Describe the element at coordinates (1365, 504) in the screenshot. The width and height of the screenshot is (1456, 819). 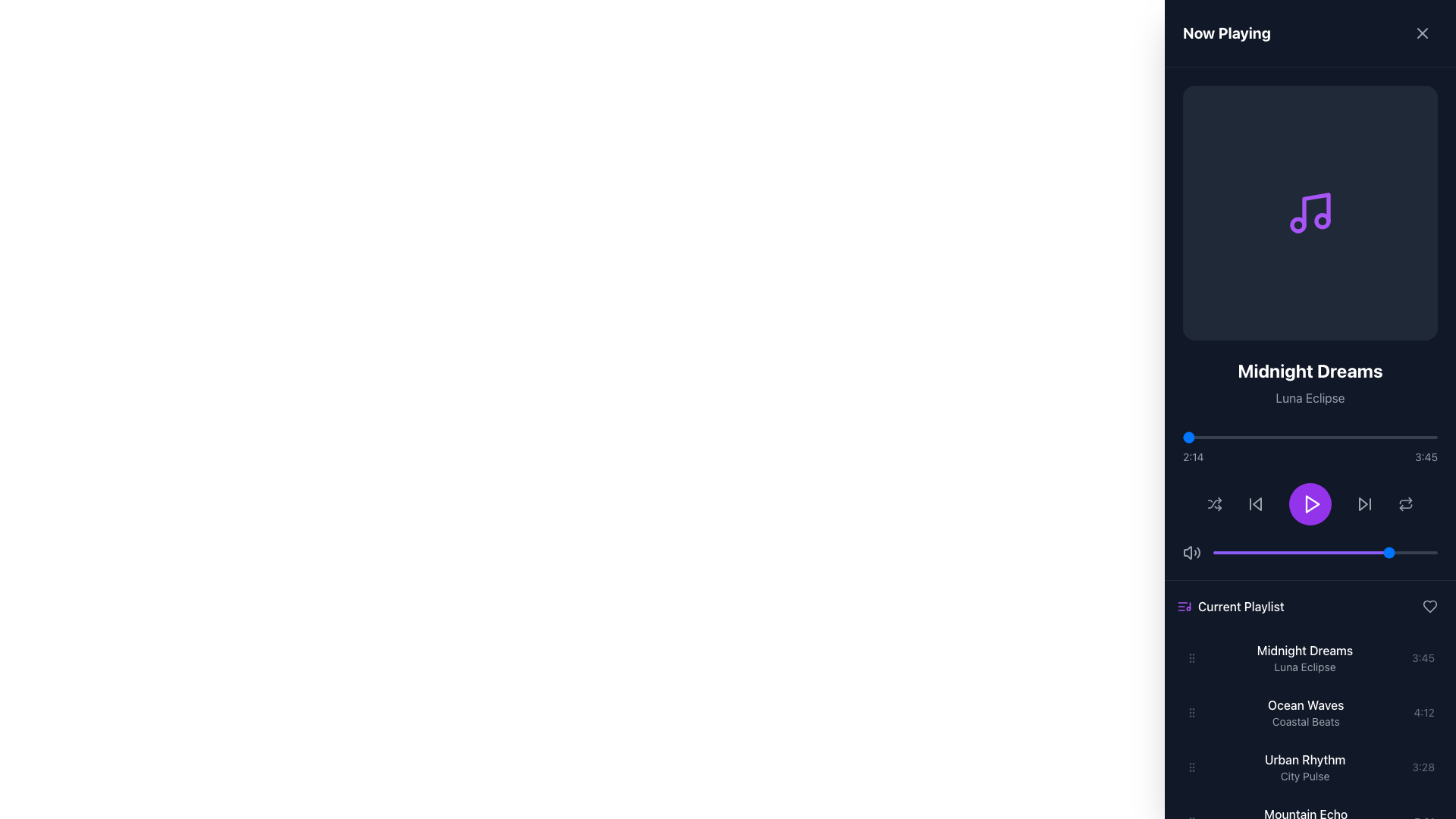
I see `the 'next' button located at the bottom center of the audio control interface` at that location.